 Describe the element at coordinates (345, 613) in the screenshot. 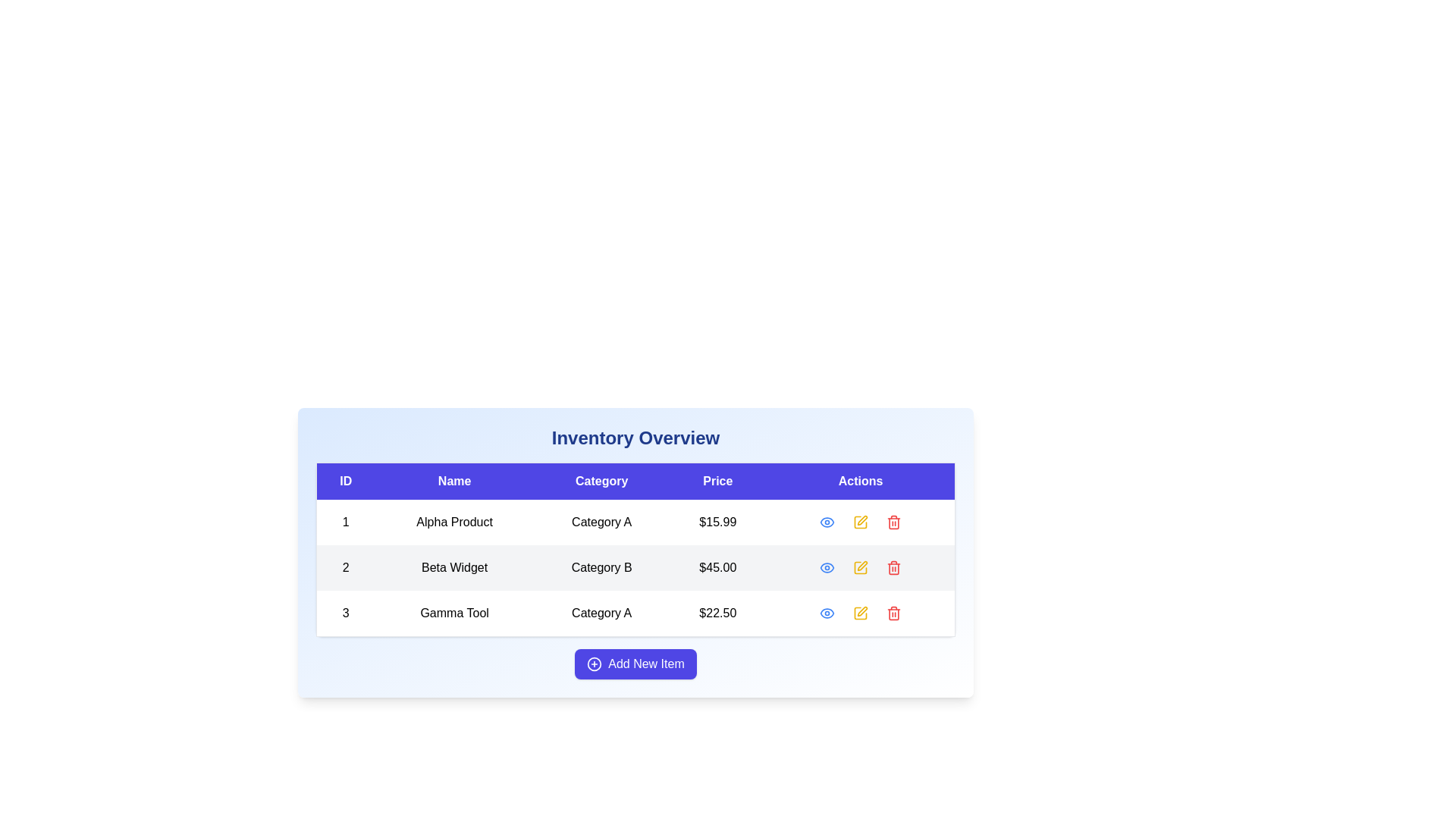

I see `the content of the text displaying the number '3' in the ID column of the row labeled 'Gamma Tool' within the table` at that location.